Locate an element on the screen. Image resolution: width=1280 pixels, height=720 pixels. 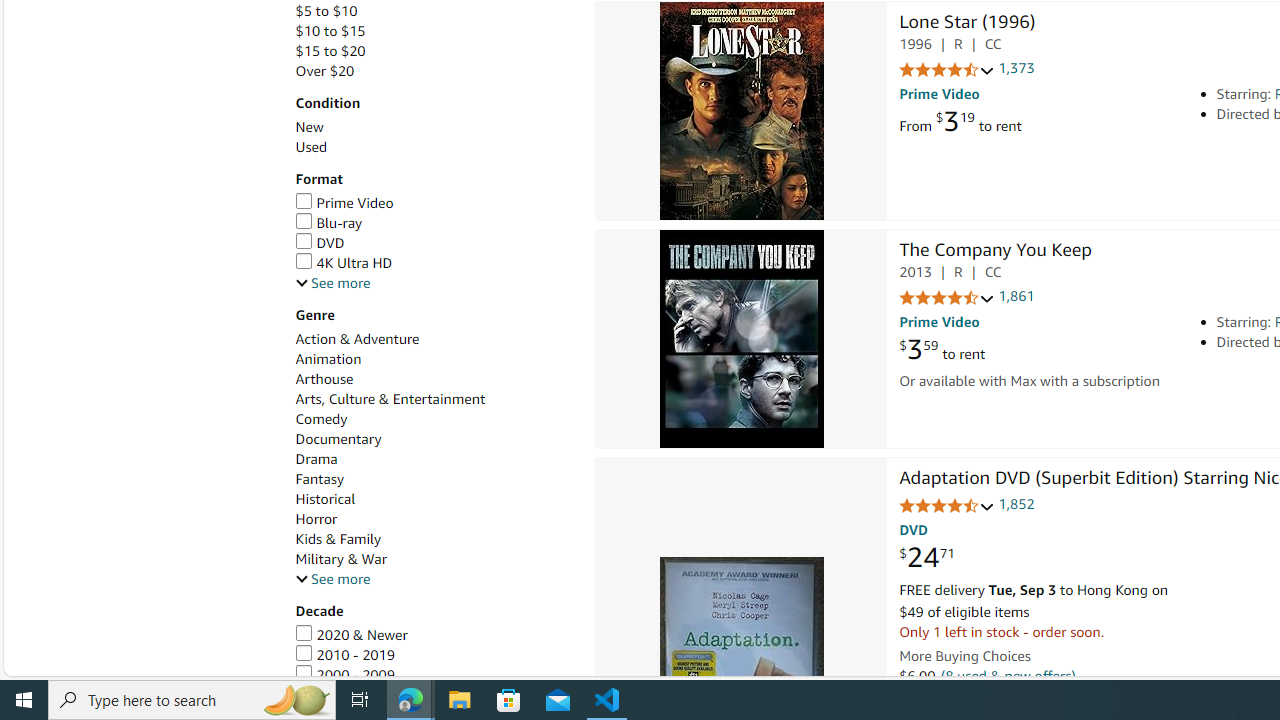
'Blu-ray' is located at coordinates (328, 223).